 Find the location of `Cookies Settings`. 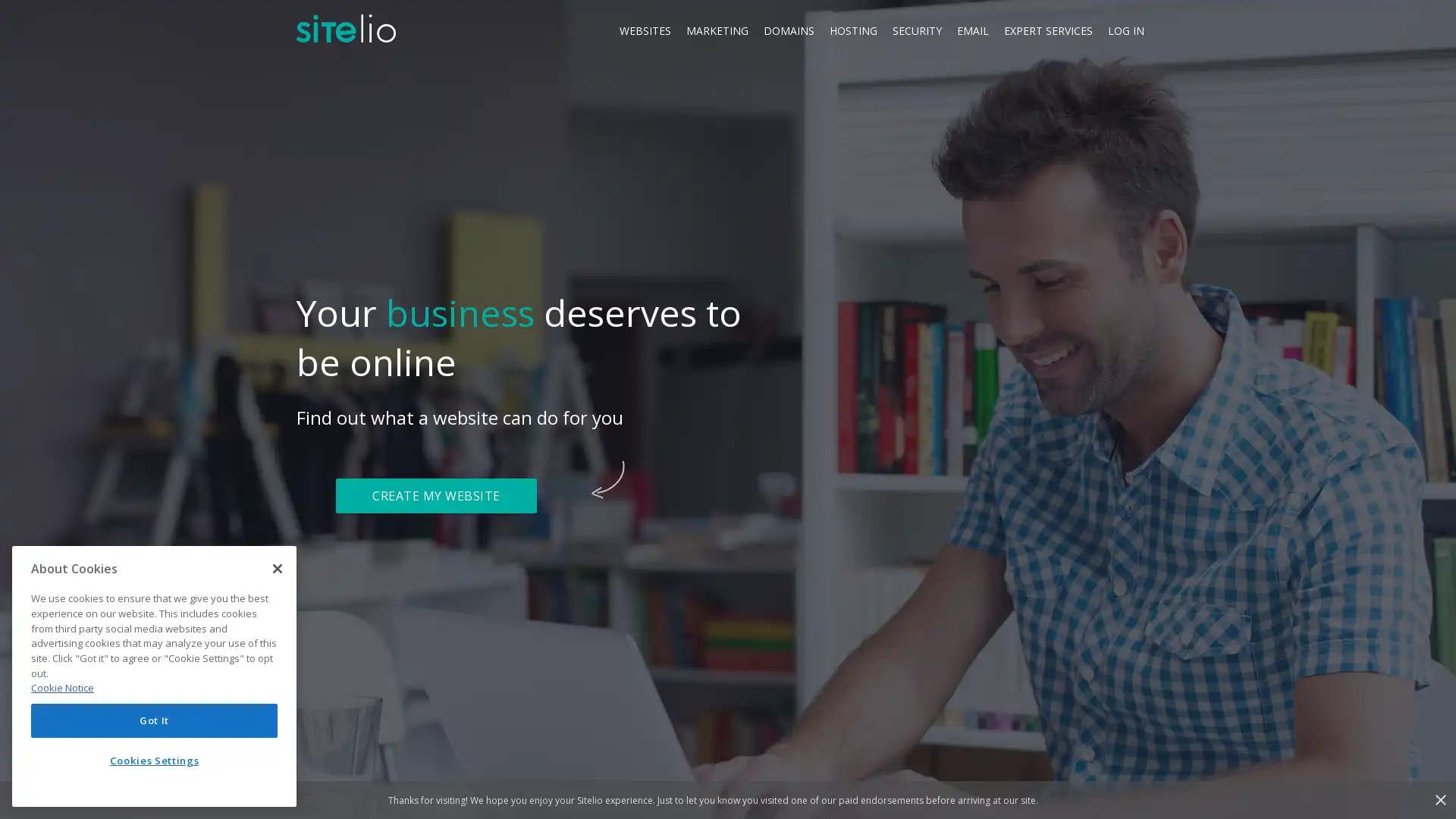

Cookies Settings is located at coordinates (154, 760).